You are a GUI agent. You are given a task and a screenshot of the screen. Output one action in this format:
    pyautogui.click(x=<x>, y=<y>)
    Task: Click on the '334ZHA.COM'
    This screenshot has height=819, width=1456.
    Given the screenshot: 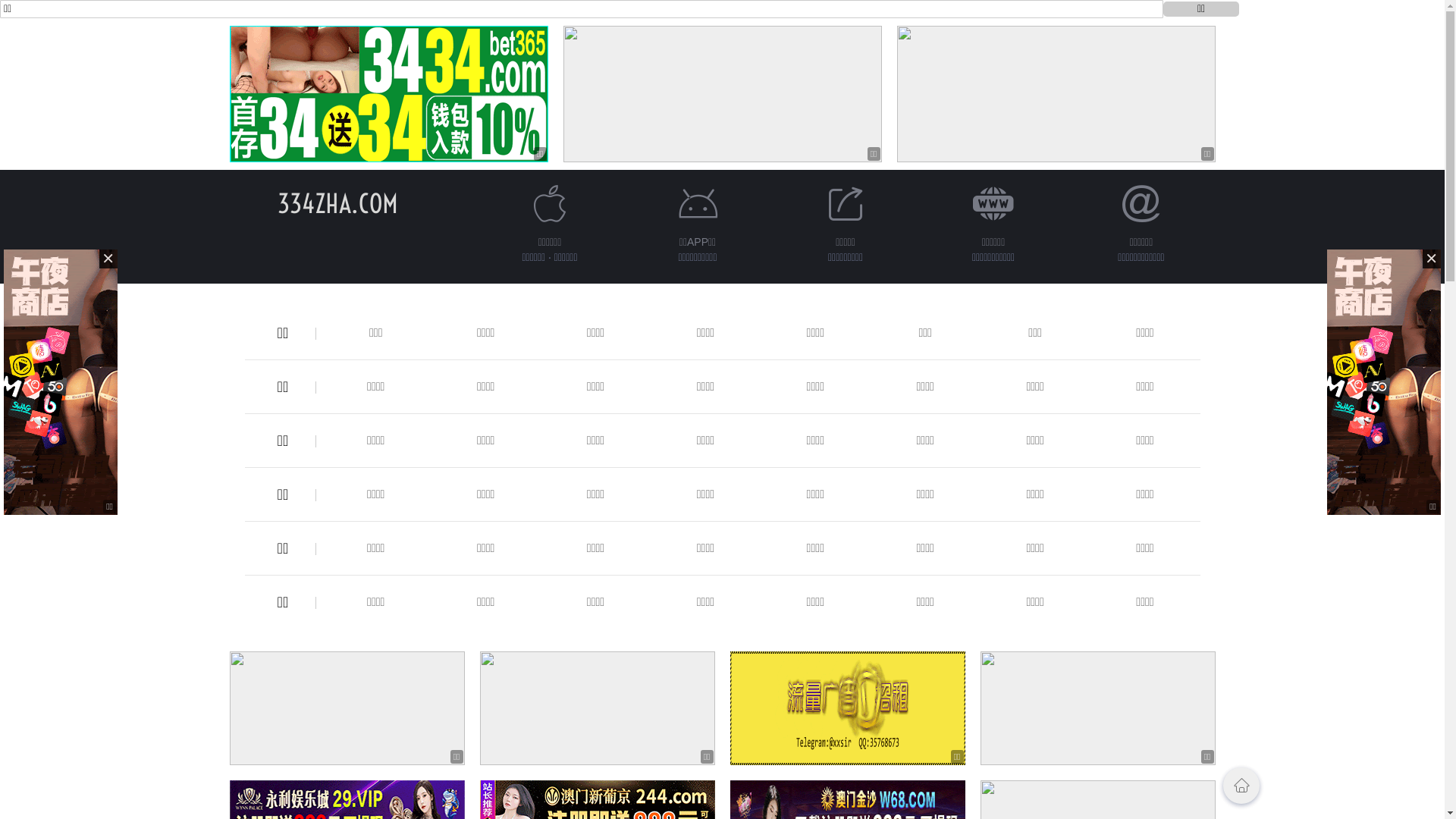 What is the action you would take?
    pyautogui.click(x=337, y=202)
    